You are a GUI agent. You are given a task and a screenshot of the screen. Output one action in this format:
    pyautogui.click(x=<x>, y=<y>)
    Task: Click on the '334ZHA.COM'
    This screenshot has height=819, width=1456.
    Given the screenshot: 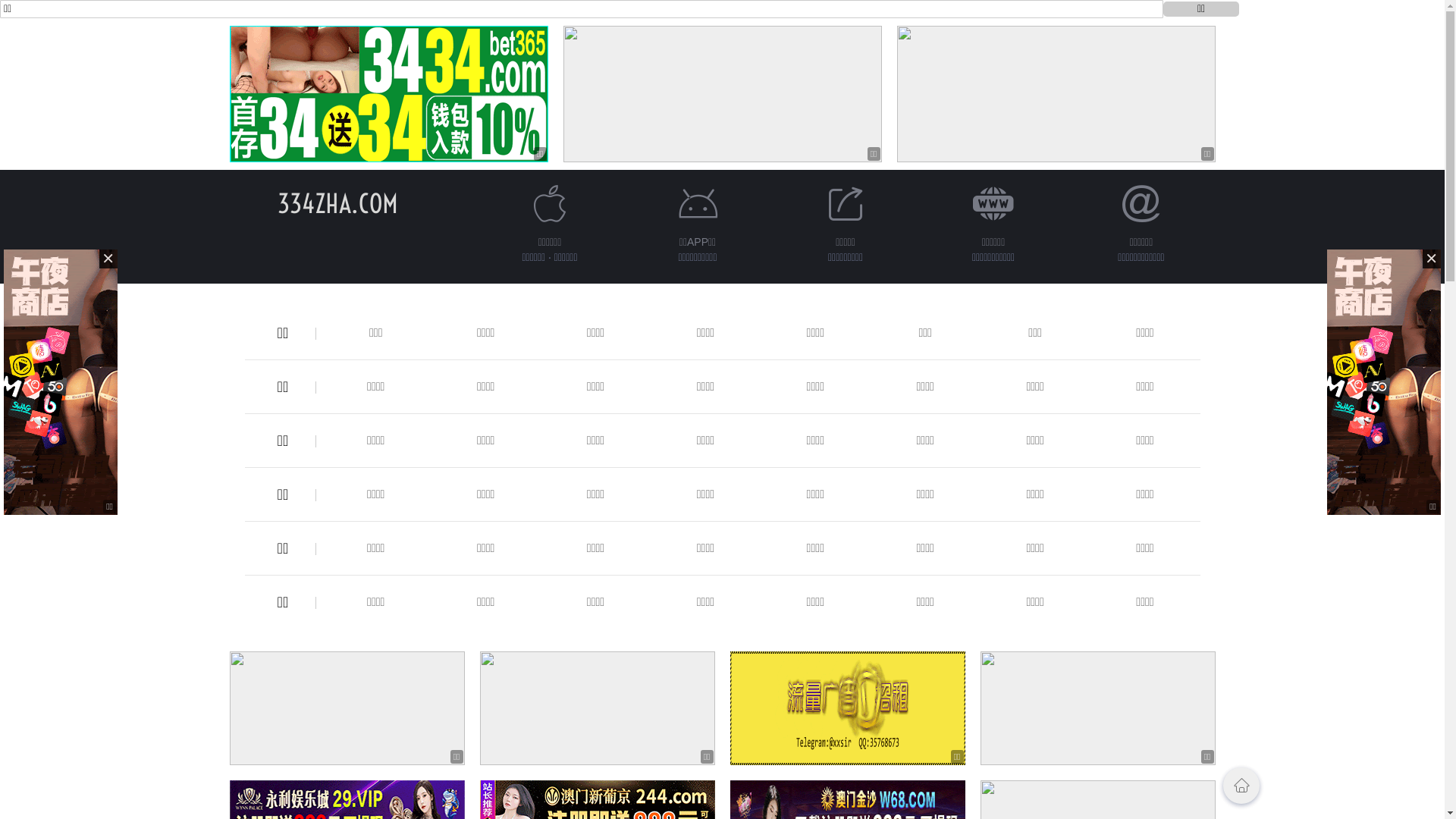 What is the action you would take?
    pyautogui.click(x=337, y=202)
    